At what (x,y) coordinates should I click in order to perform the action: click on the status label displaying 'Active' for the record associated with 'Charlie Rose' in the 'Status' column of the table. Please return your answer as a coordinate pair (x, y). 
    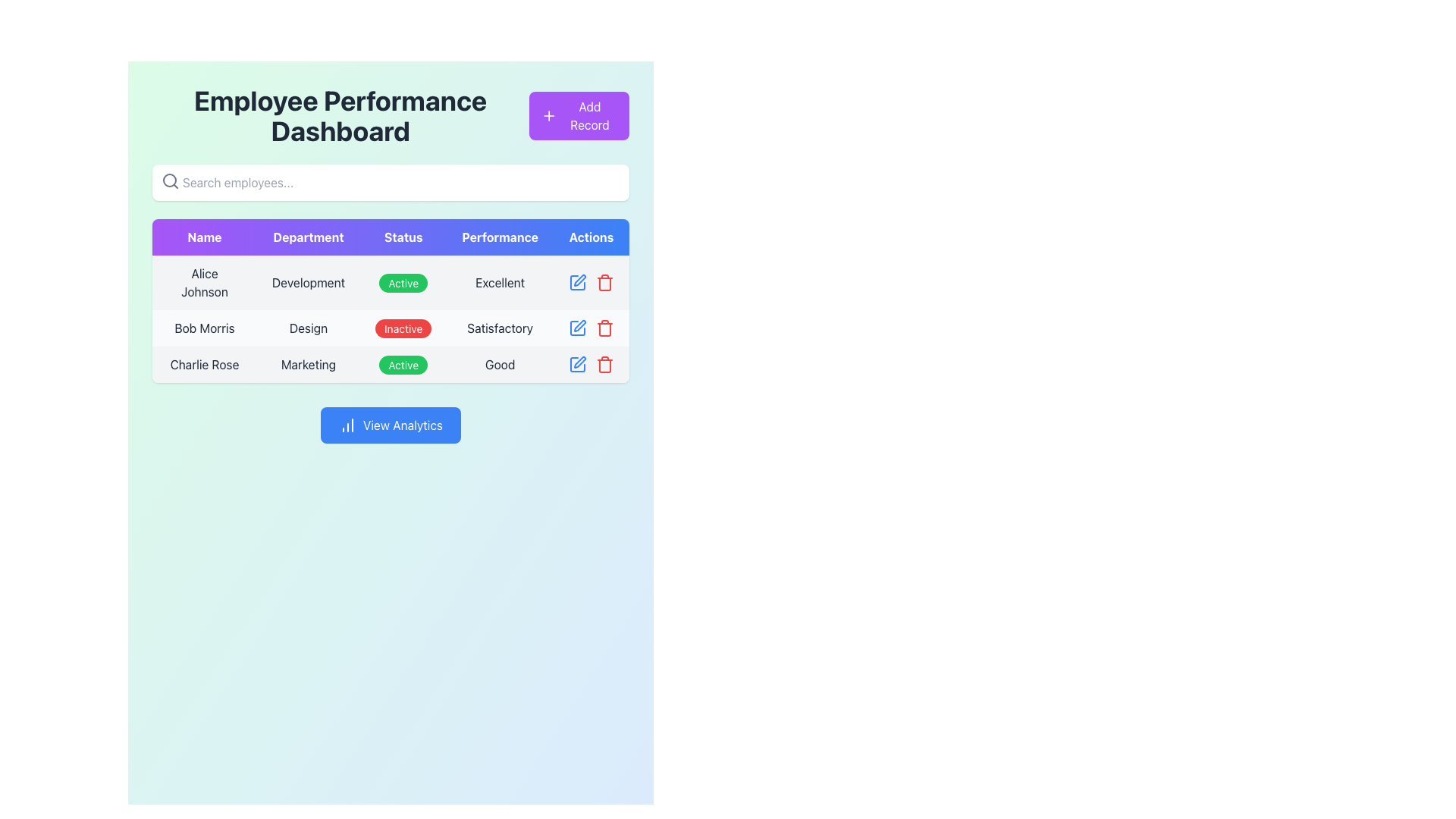
    Looking at the image, I should click on (403, 365).